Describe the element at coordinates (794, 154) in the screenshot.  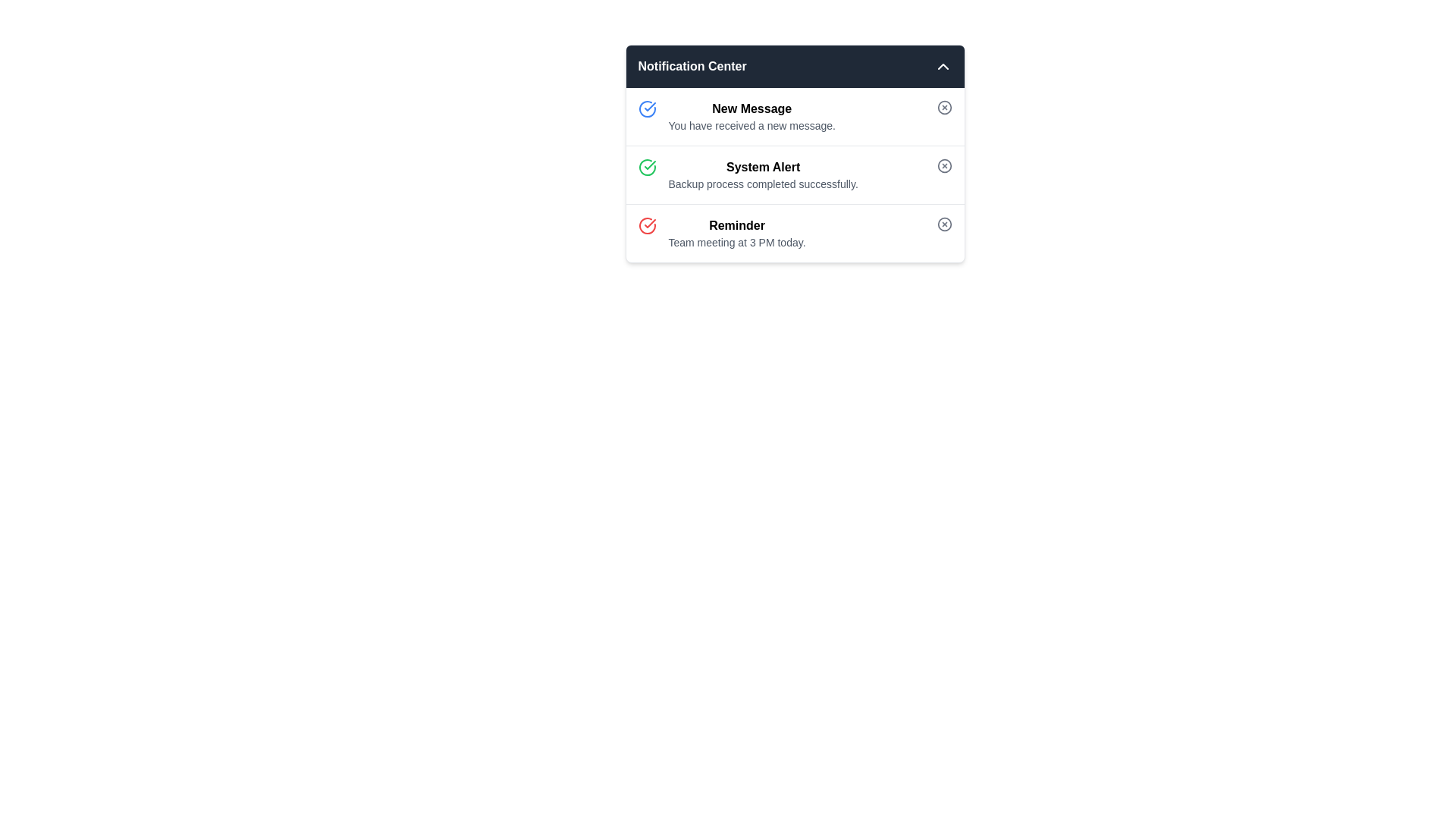
I see `the Notification Panel Item that displays a successful backup process completion message, located at the second position in the Notification Center panel` at that location.